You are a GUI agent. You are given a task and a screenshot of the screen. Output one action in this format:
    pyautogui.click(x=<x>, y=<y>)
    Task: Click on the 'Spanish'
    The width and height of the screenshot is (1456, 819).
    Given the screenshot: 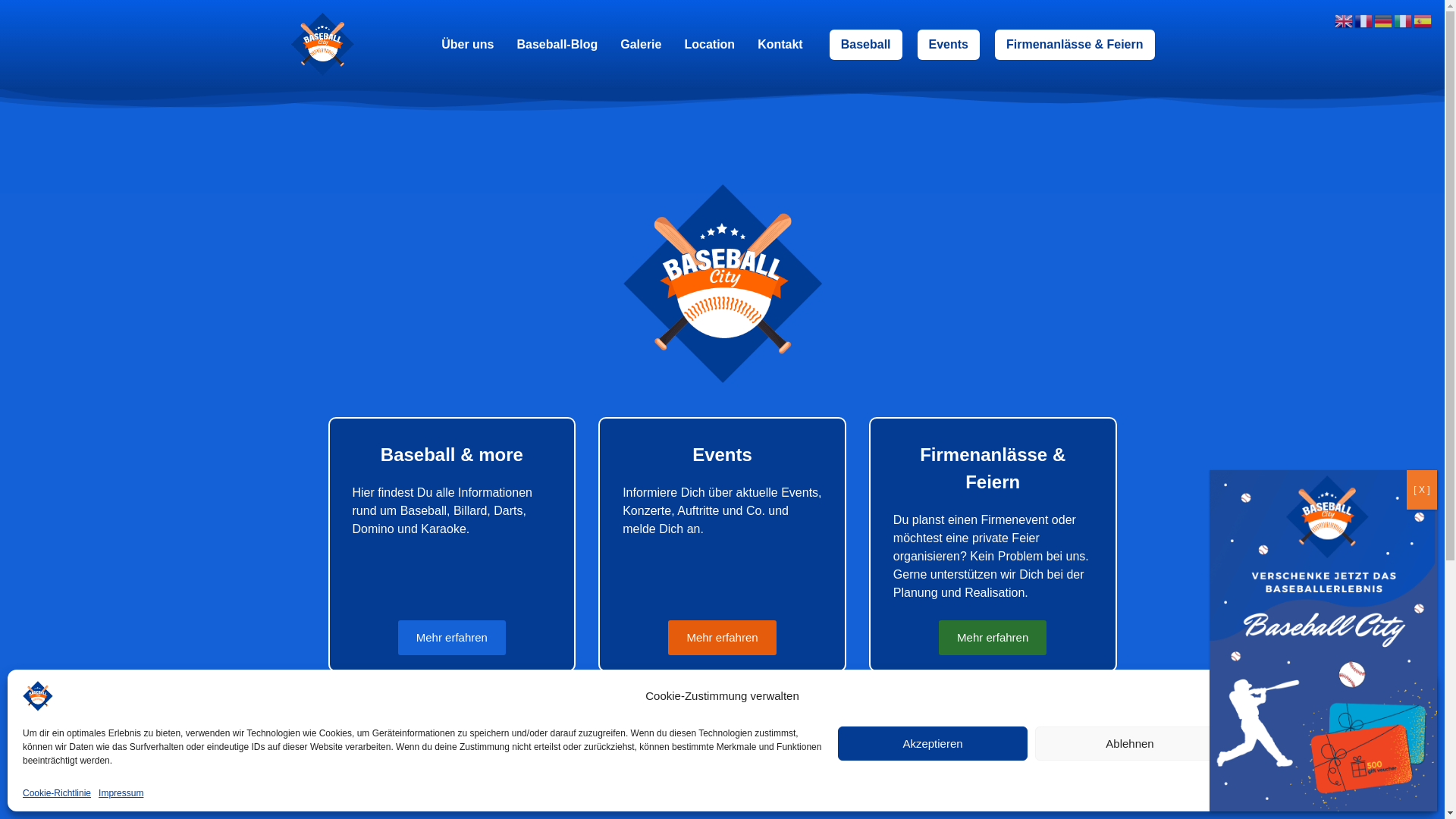 What is the action you would take?
    pyautogui.click(x=1422, y=20)
    